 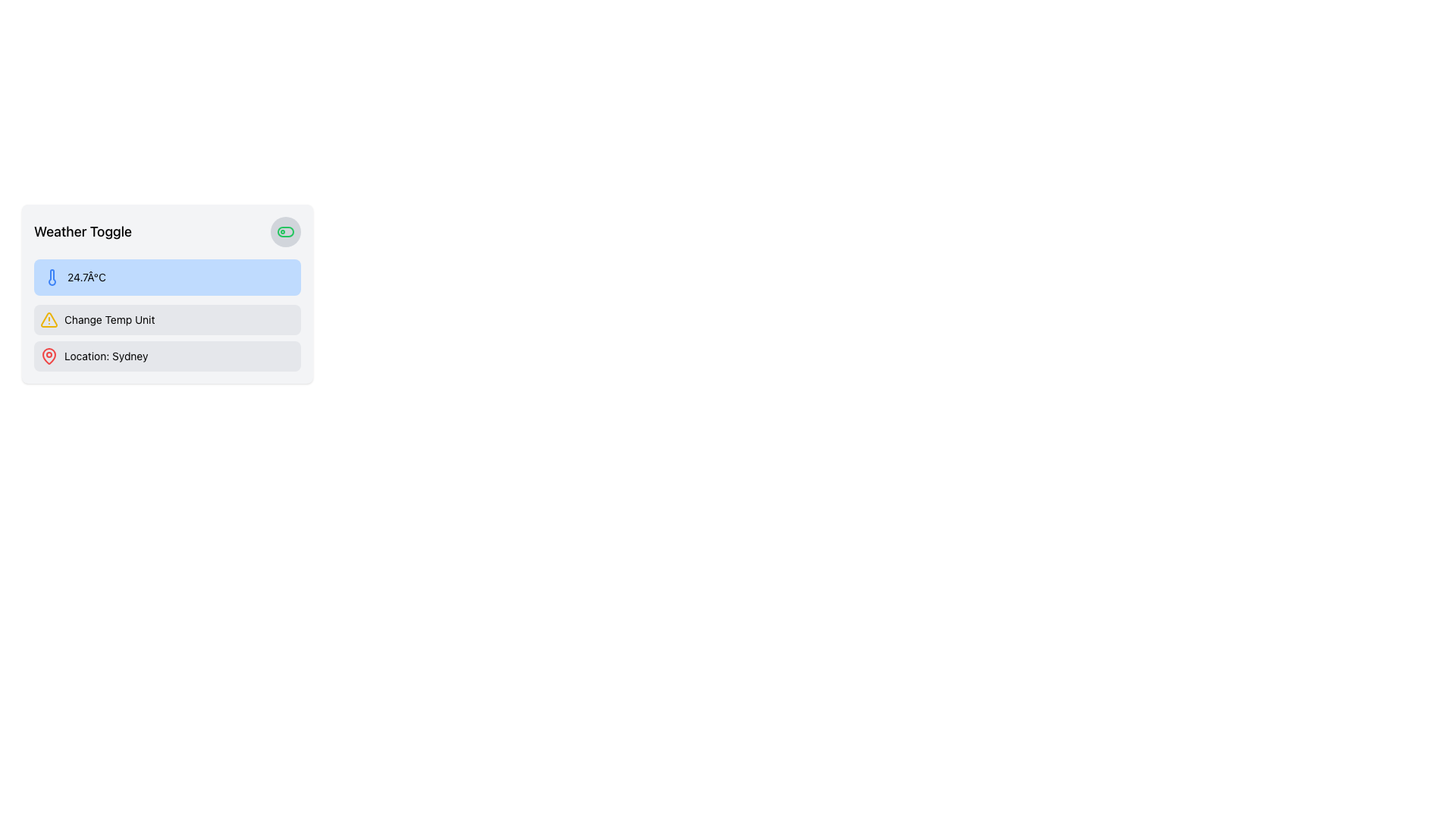 I want to click on the Decorative Icon located inside the light blue box that displays the temperature '24.7°C', positioned to the left of the temperature text, so click(x=52, y=278).